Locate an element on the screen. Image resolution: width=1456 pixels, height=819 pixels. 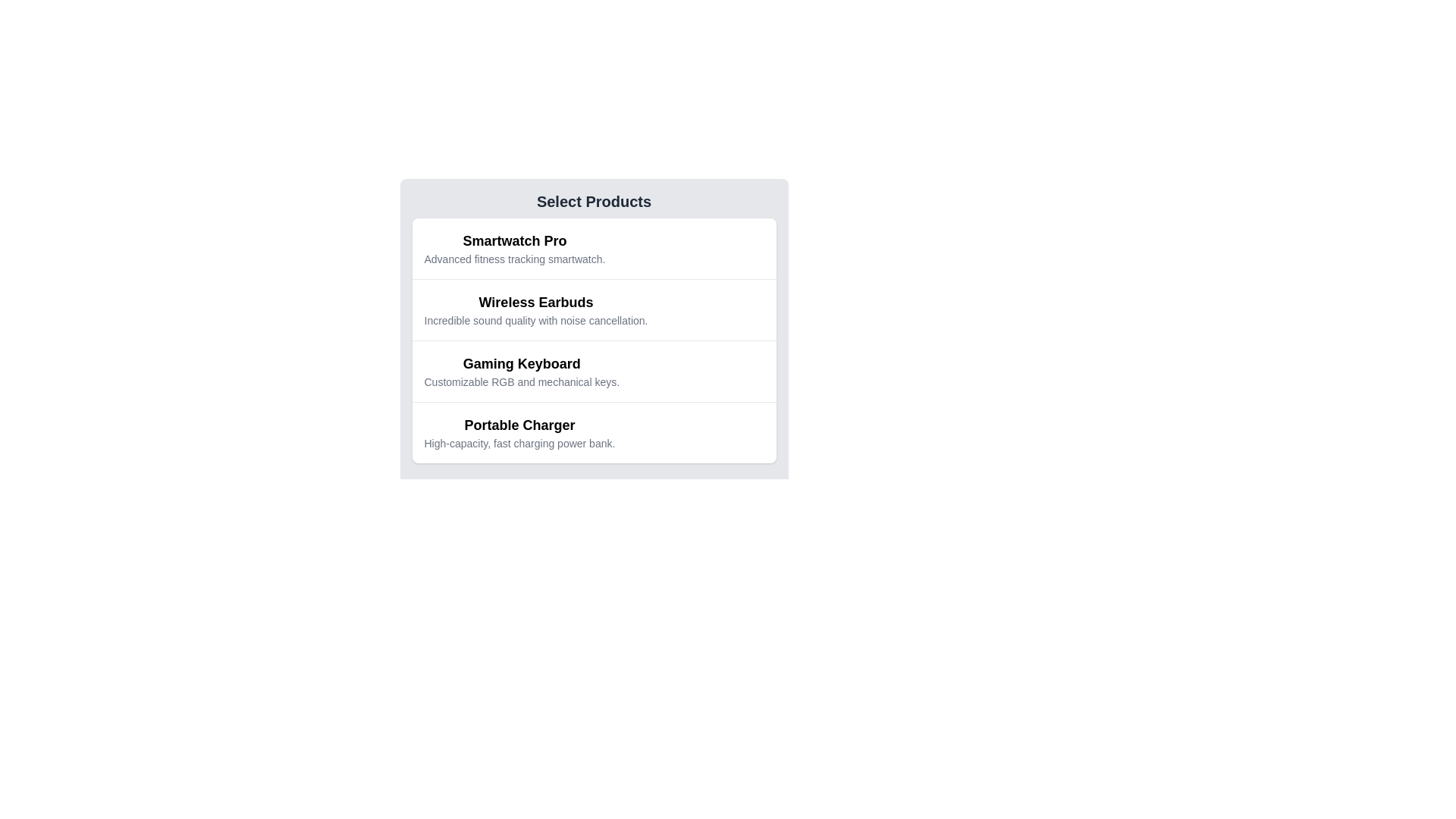
the text label that reads 'High-capacity, fast charging power bank.' which is styled in a smaller gray font and located below the 'Portable Charger' title is located at coordinates (519, 444).